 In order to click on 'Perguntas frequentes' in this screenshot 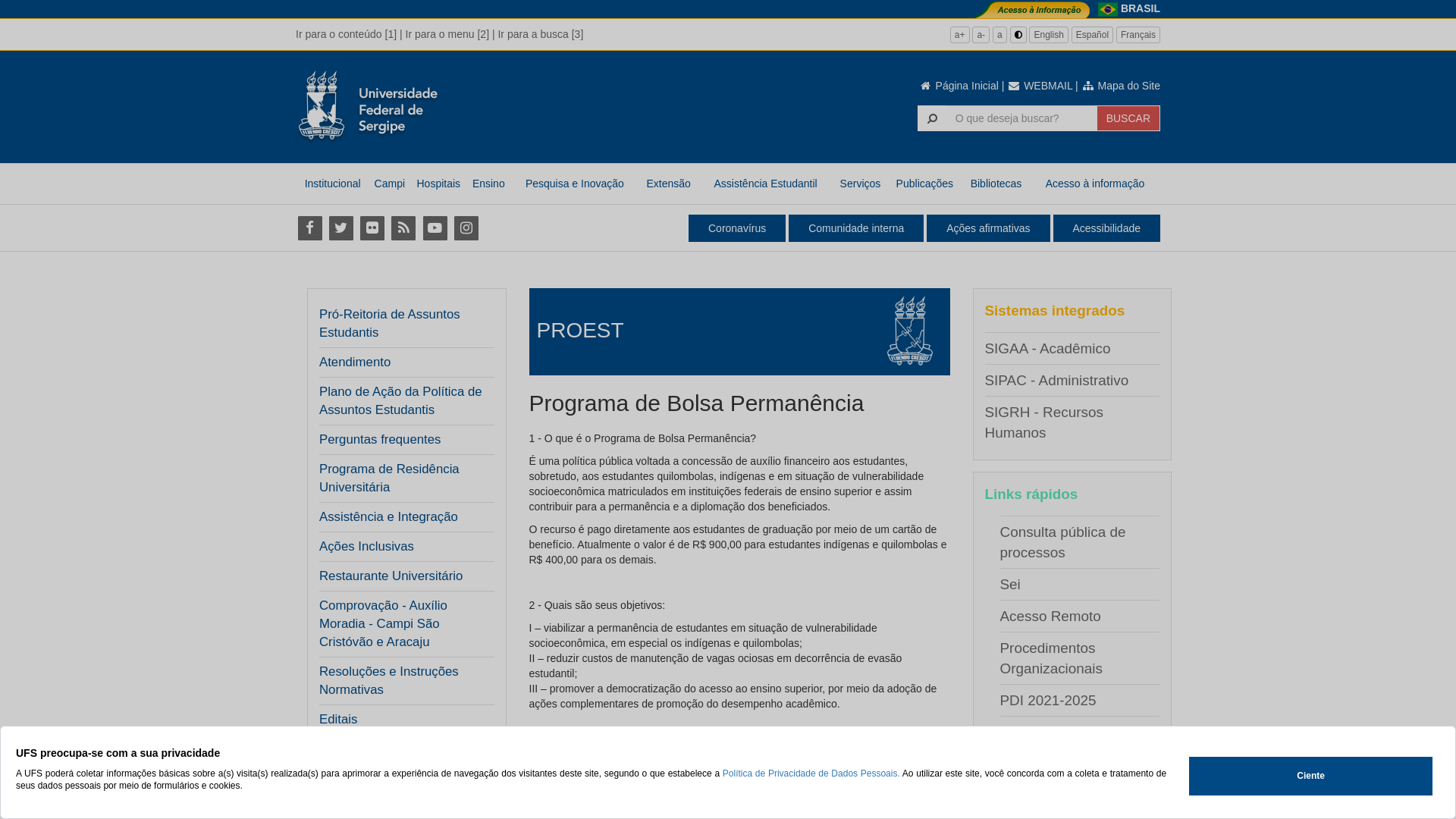, I will do `click(379, 439)`.